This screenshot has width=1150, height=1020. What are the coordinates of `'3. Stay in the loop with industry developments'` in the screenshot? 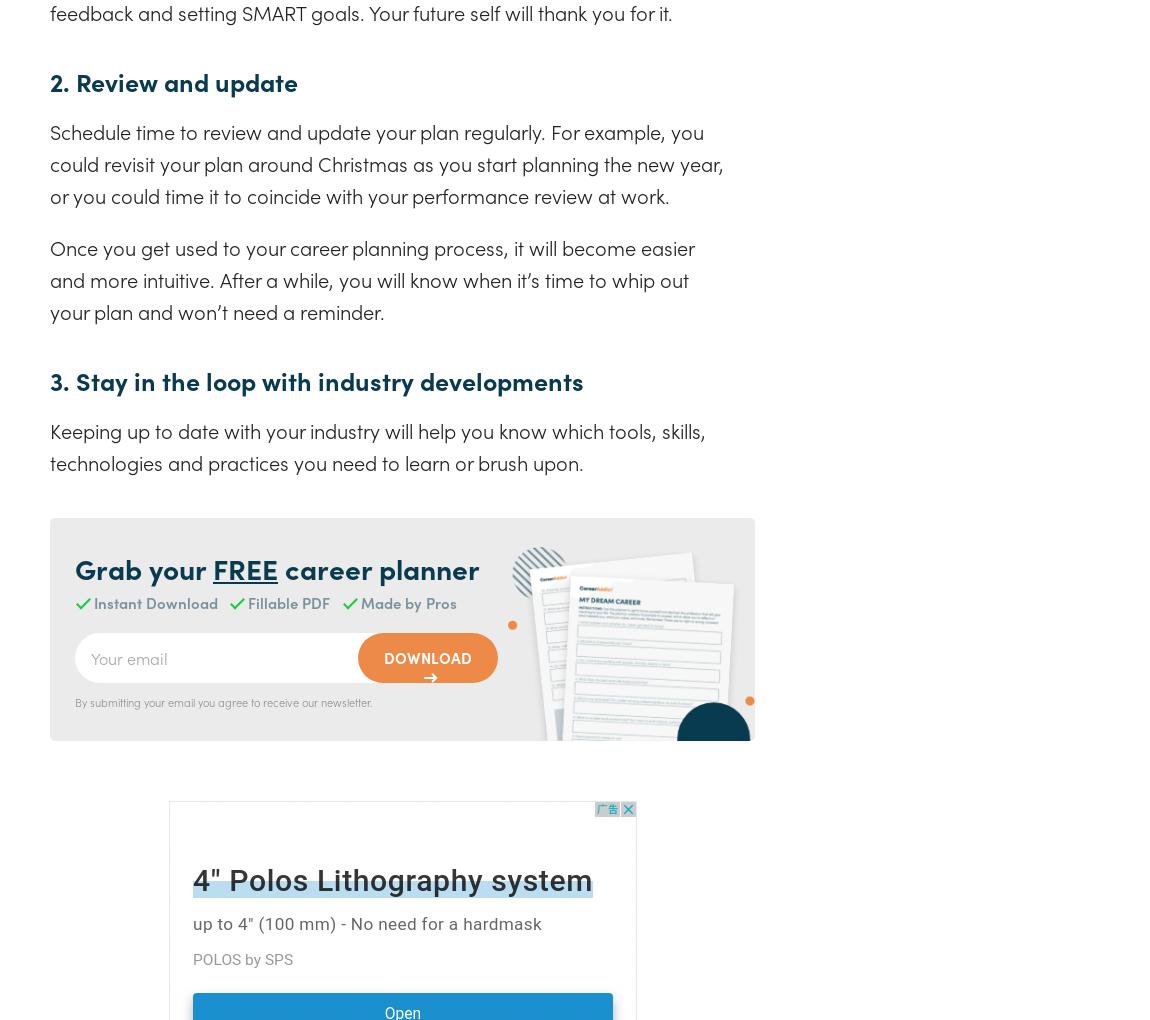 It's located at (49, 378).